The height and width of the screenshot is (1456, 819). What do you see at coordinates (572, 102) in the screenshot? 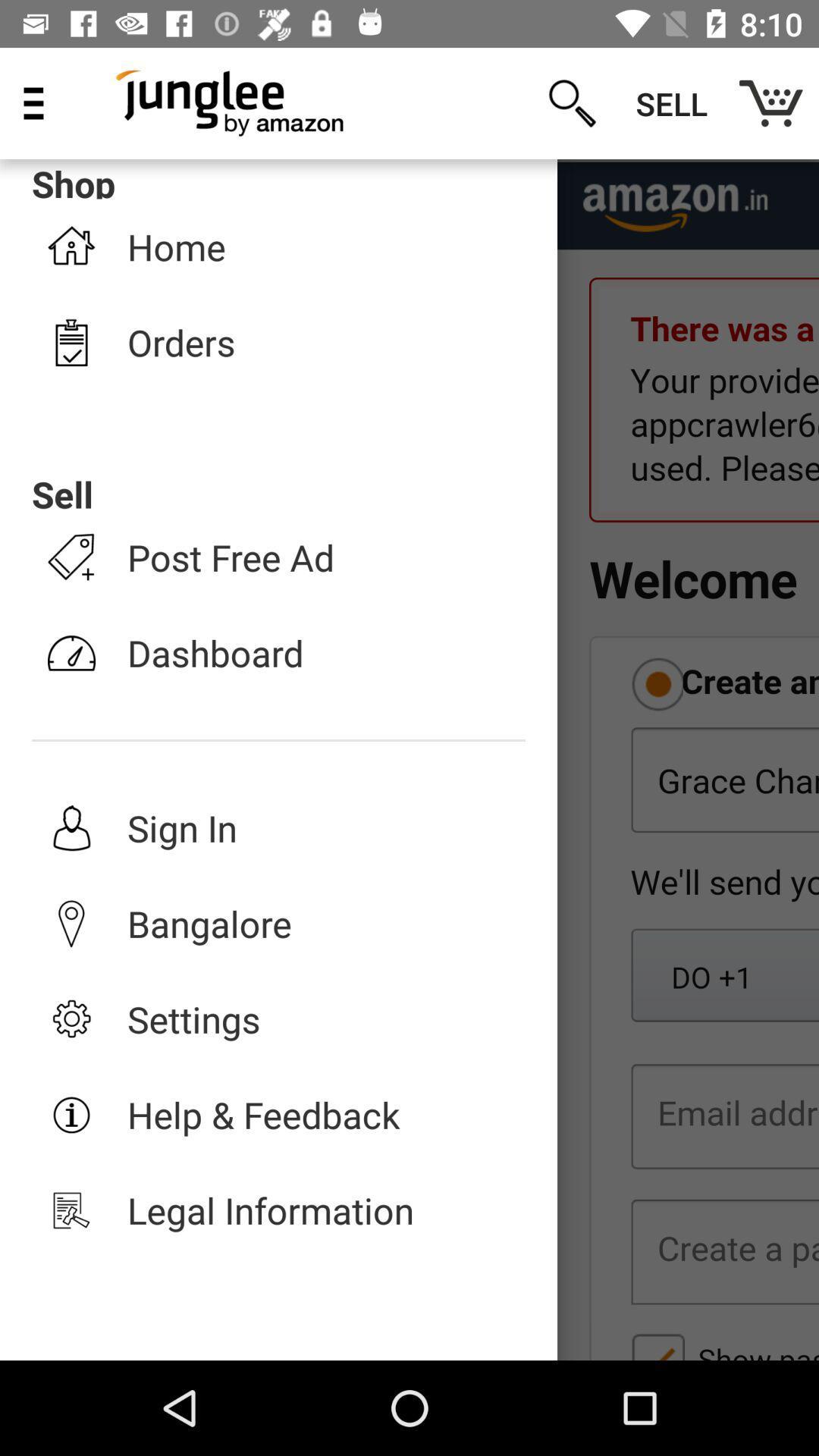
I see `icon next to shop` at bounding box center [572, 102].